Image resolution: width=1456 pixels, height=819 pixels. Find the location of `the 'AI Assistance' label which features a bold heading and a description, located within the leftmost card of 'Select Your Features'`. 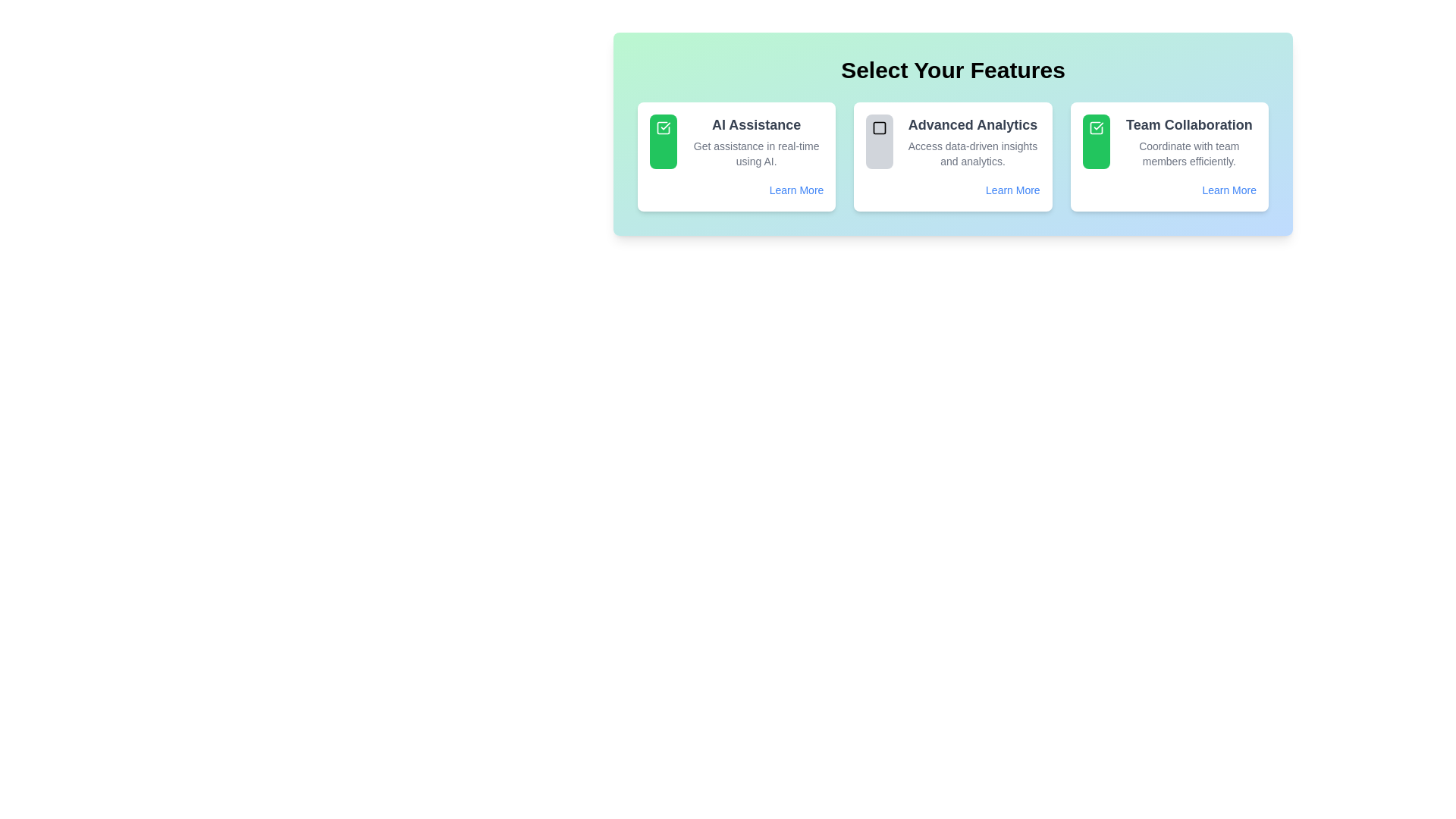

the 'AI Assistance' label which features a bold heading and a description, located within the leftmost card of 'Select Your Features' is located at coordinates (756, 141).